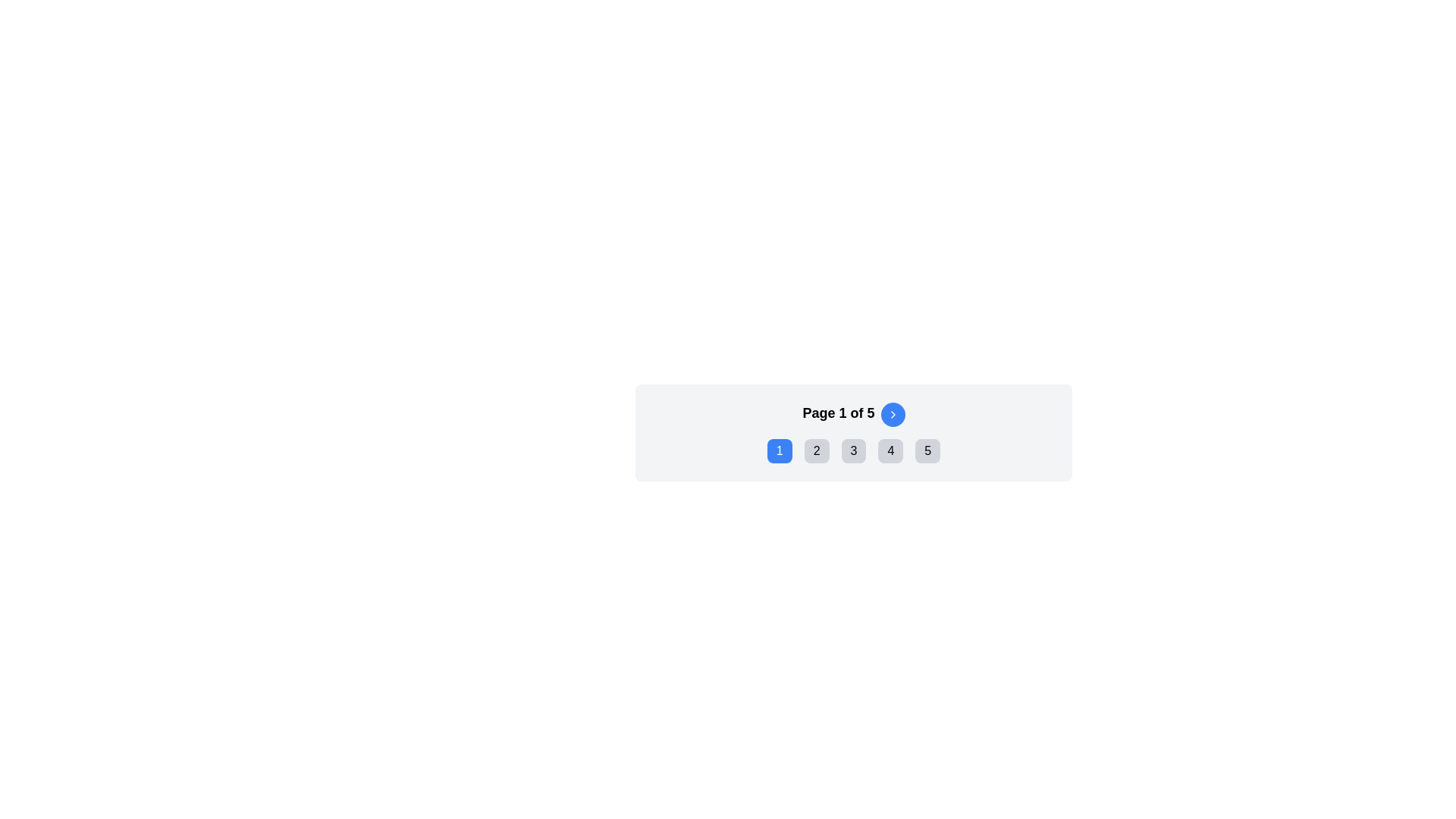  What do you see at coordinates (854, 450) in the screenshot?
I see `the third button of the pagination control located at the bottom center of the card-like area for accessibility` at bounding box center [854, 450].